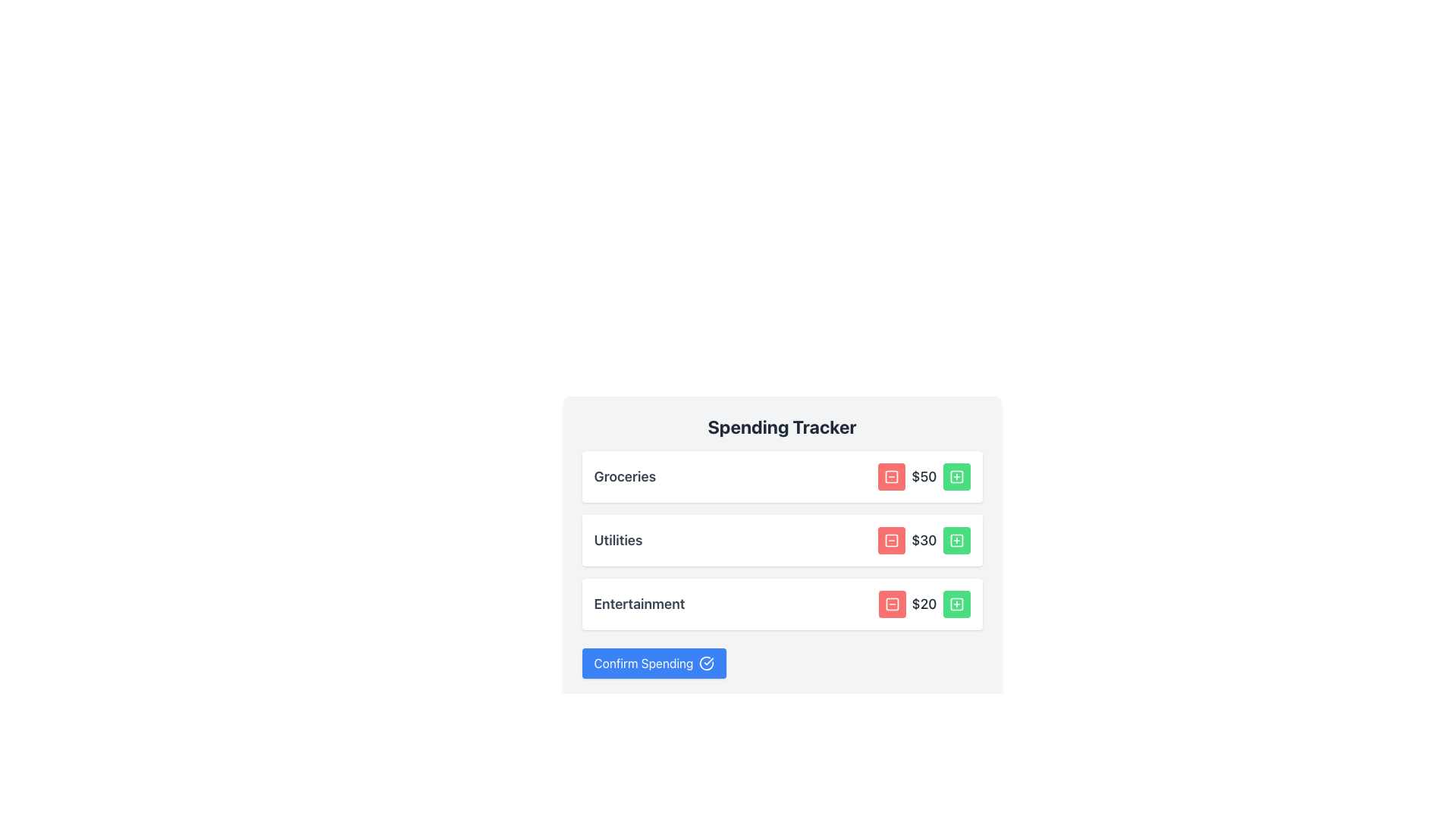  I want to click on the first item in the spending tracker list, which details 'Groceries' with an amount of '$50', so click(782, 475).